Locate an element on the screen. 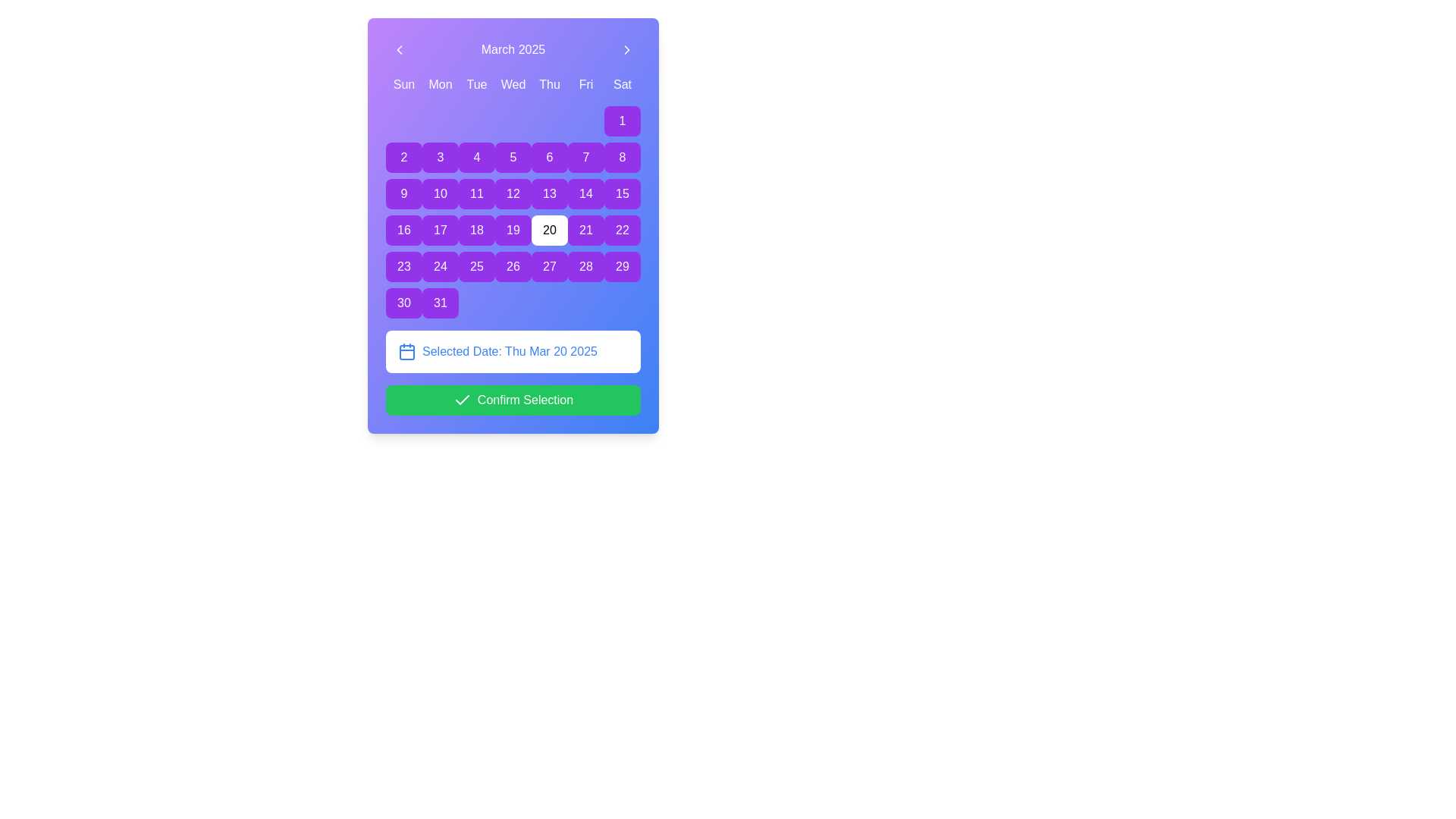  the Chevron right icon located in the upper-right corner of the calendar interface is located at coordinates (626, 49).